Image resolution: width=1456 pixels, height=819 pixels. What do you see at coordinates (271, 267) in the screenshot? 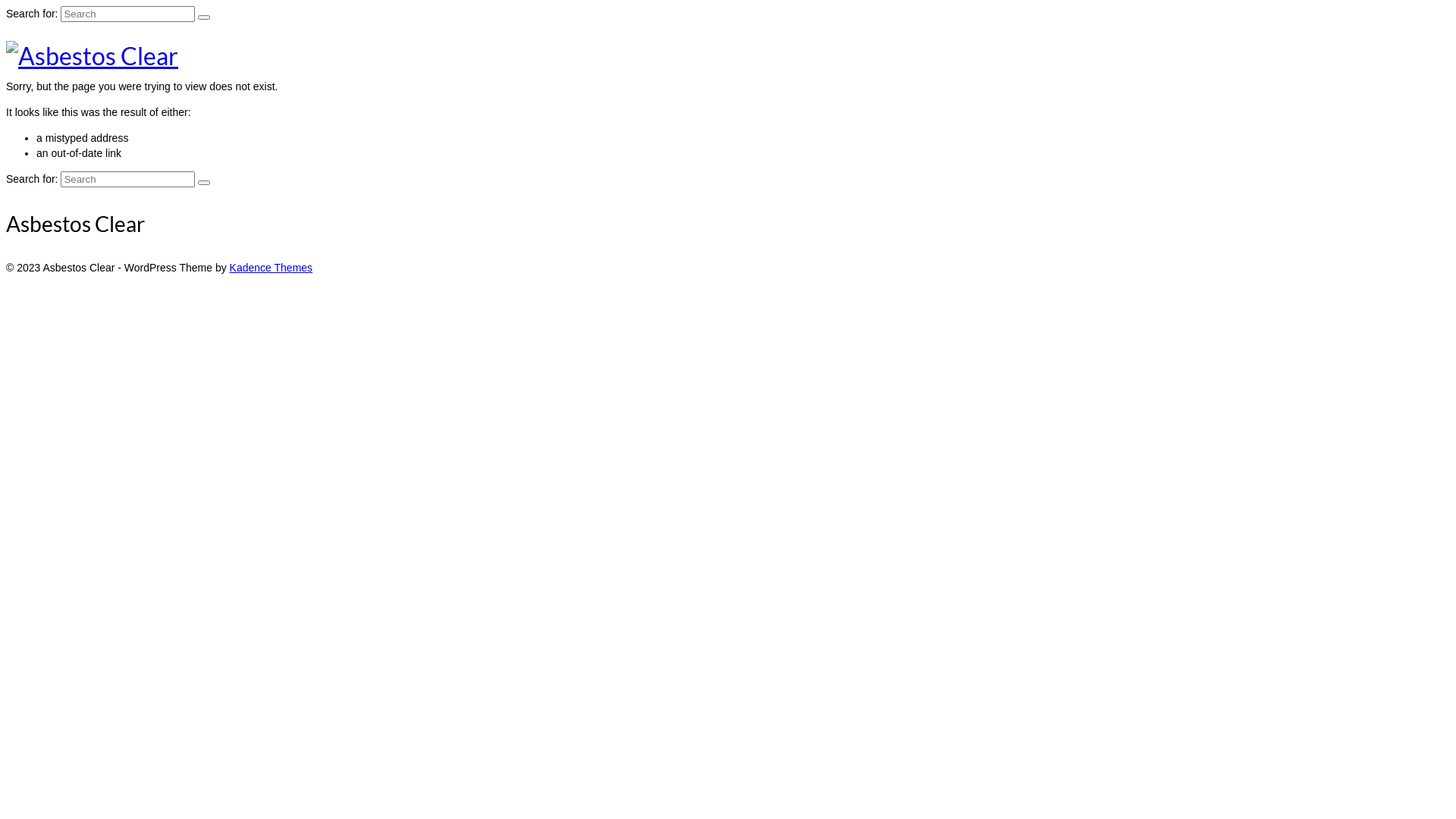
I see `'Kadence Themes'` at bounding box center [271, 267].